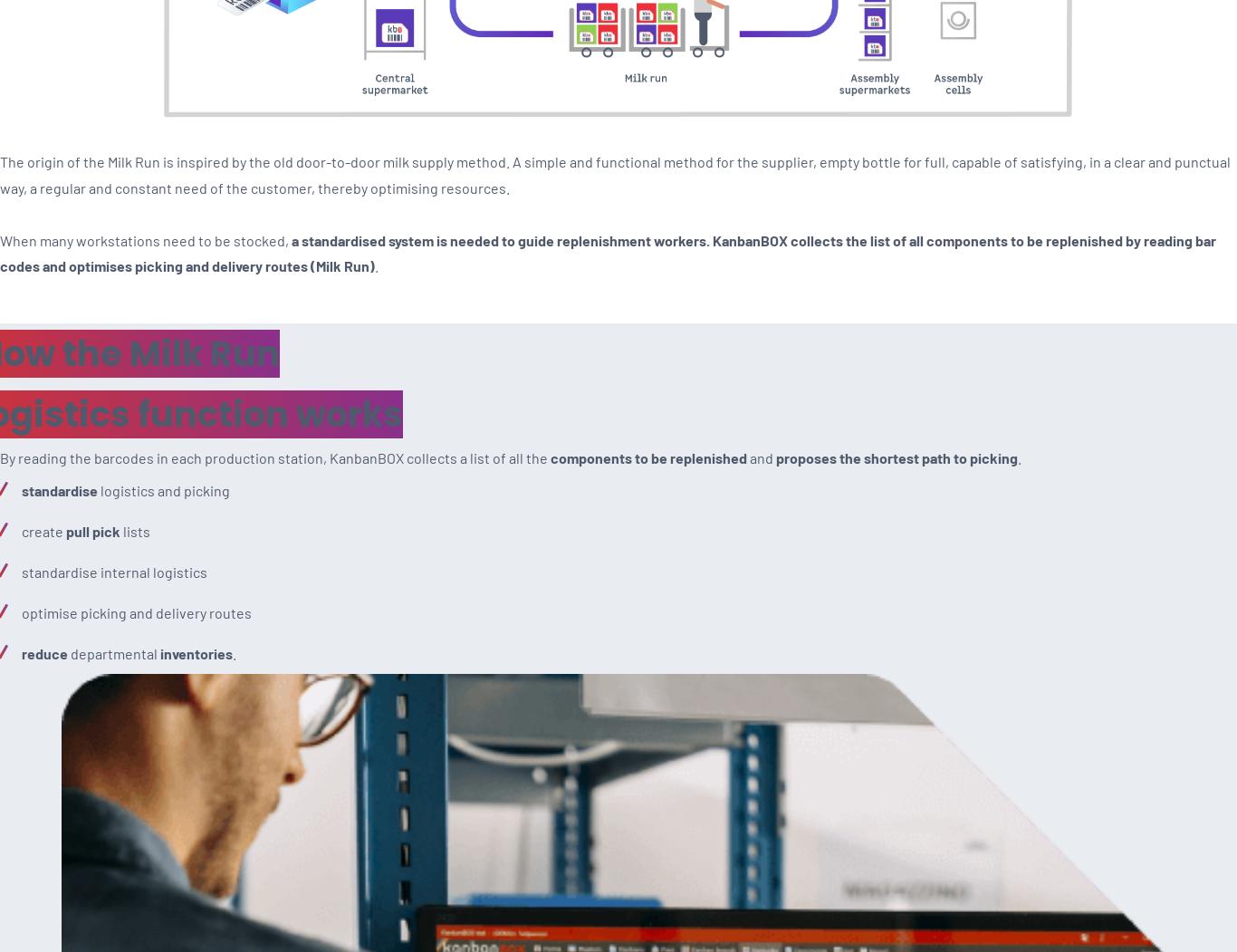 The image size is (1237, 952). Describe the element at coordinates (397, 126) in the screenshot. I see `'Find out about the potential of our platform for the Lean management of your Supply Chain'` at that location.